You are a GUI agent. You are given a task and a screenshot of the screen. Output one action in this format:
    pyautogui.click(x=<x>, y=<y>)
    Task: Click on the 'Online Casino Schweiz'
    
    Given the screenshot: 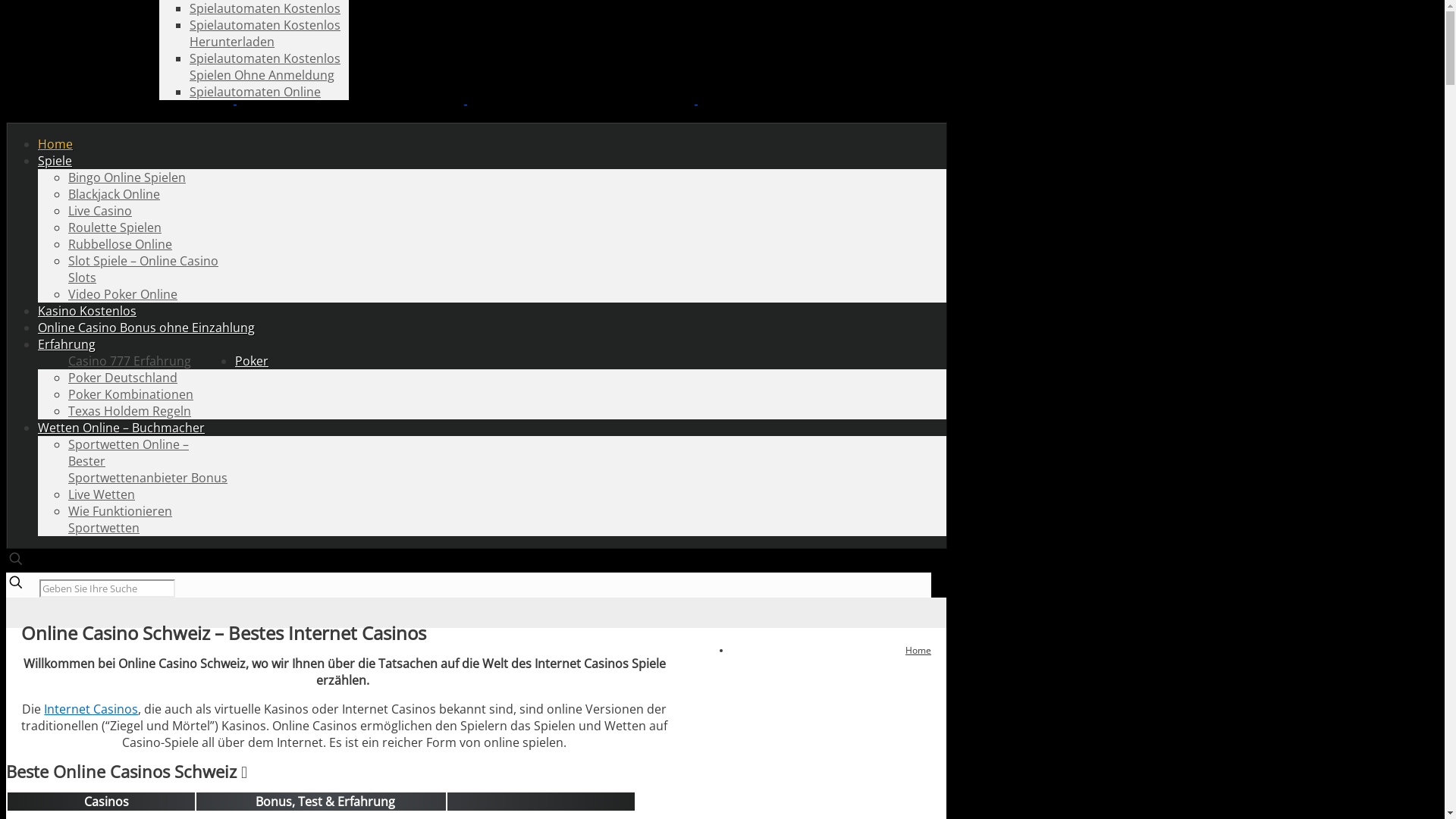 What is the action you would take?
    pyautogui.click(x=465, y=99)
    